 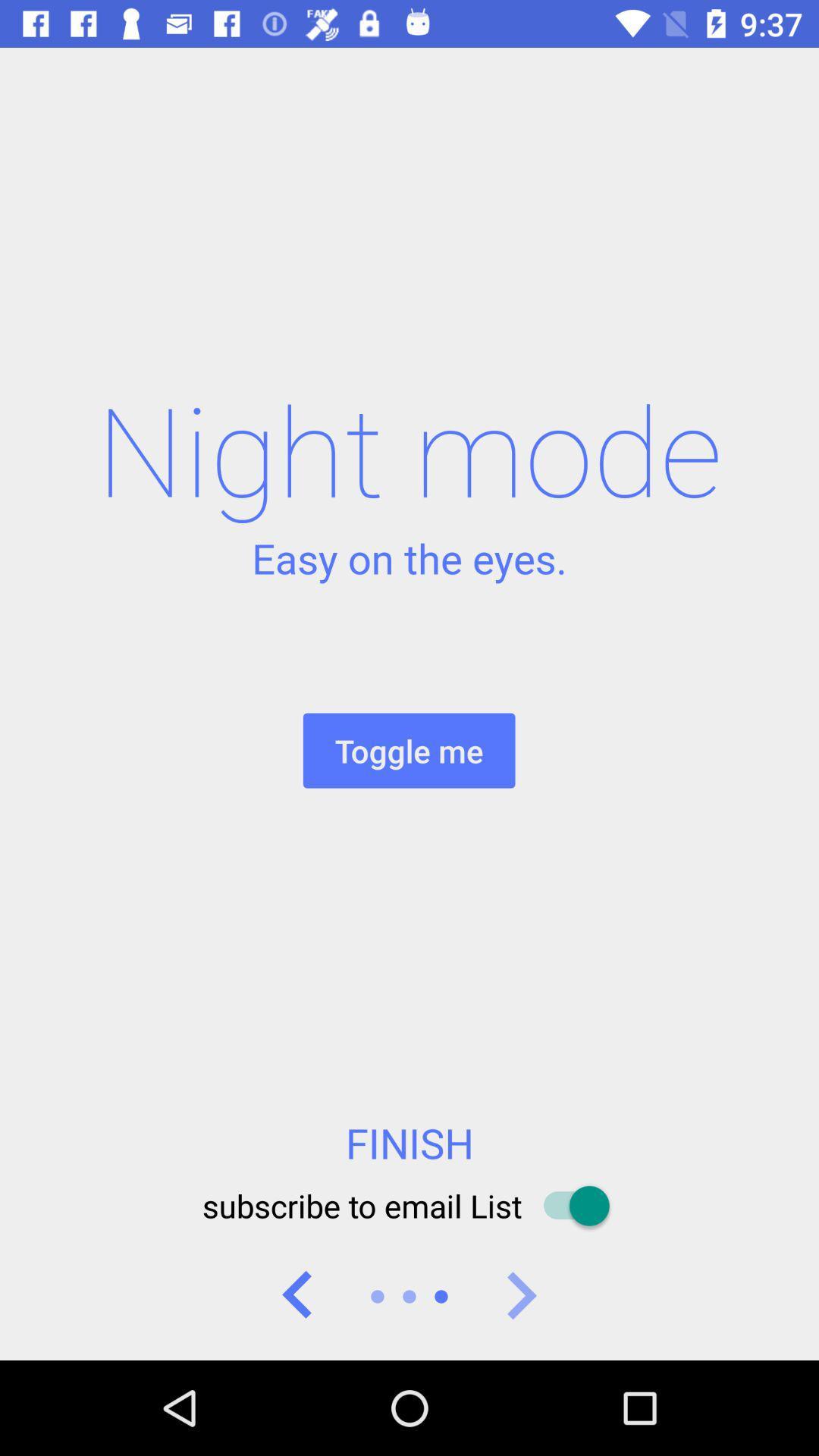 What do you see at coordinates (409, 1205) in the screenshot?
I see `the subscribe to email item` at bounding box center [409, 1205].